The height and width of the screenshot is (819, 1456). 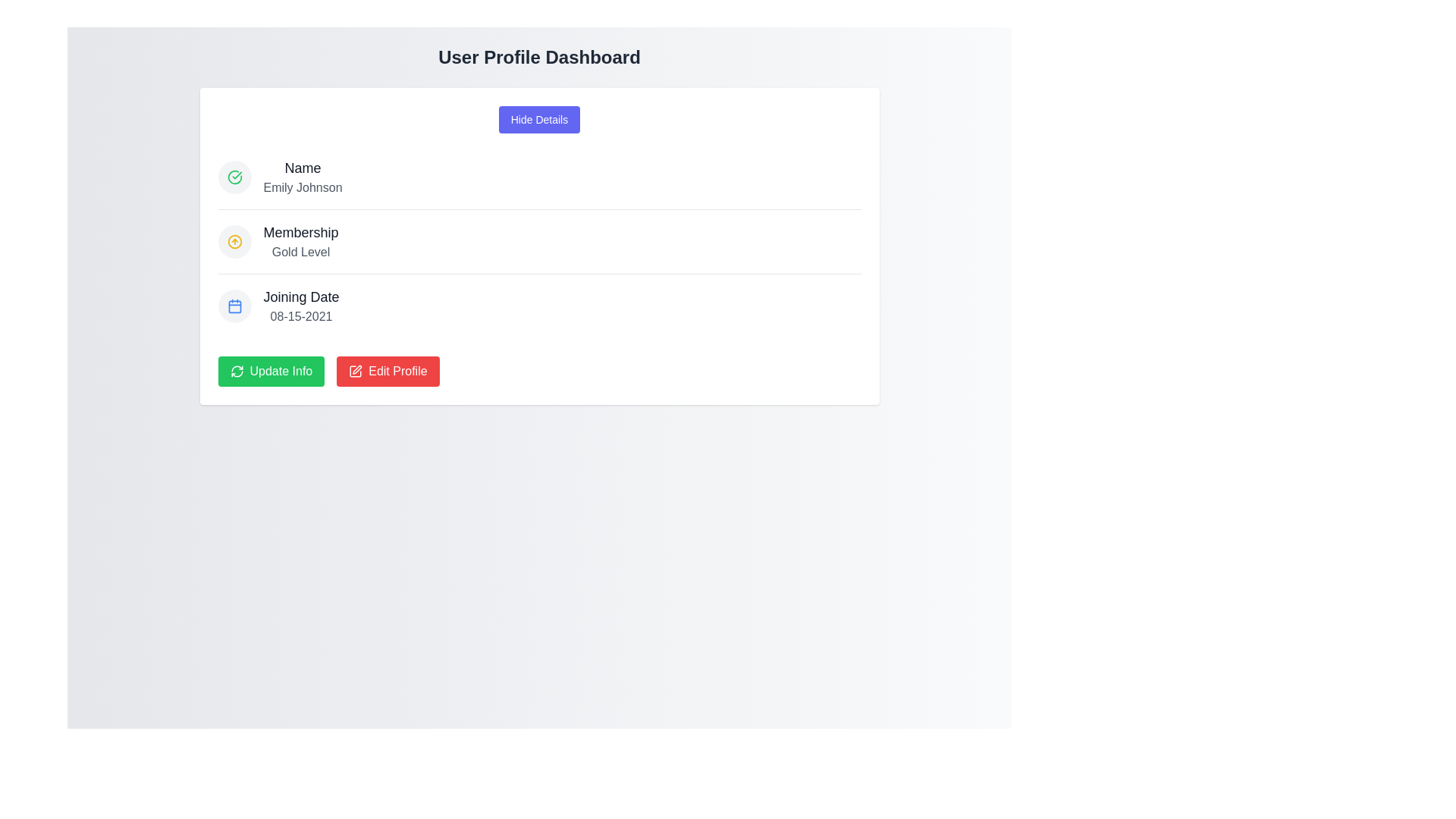 What do you see at coordinates (539, 119) in the screenshot?
I see `the purple button labeled 'Hide Details' located below the 'User Profile Dashboard' heading` at bounding box center [539, 119].